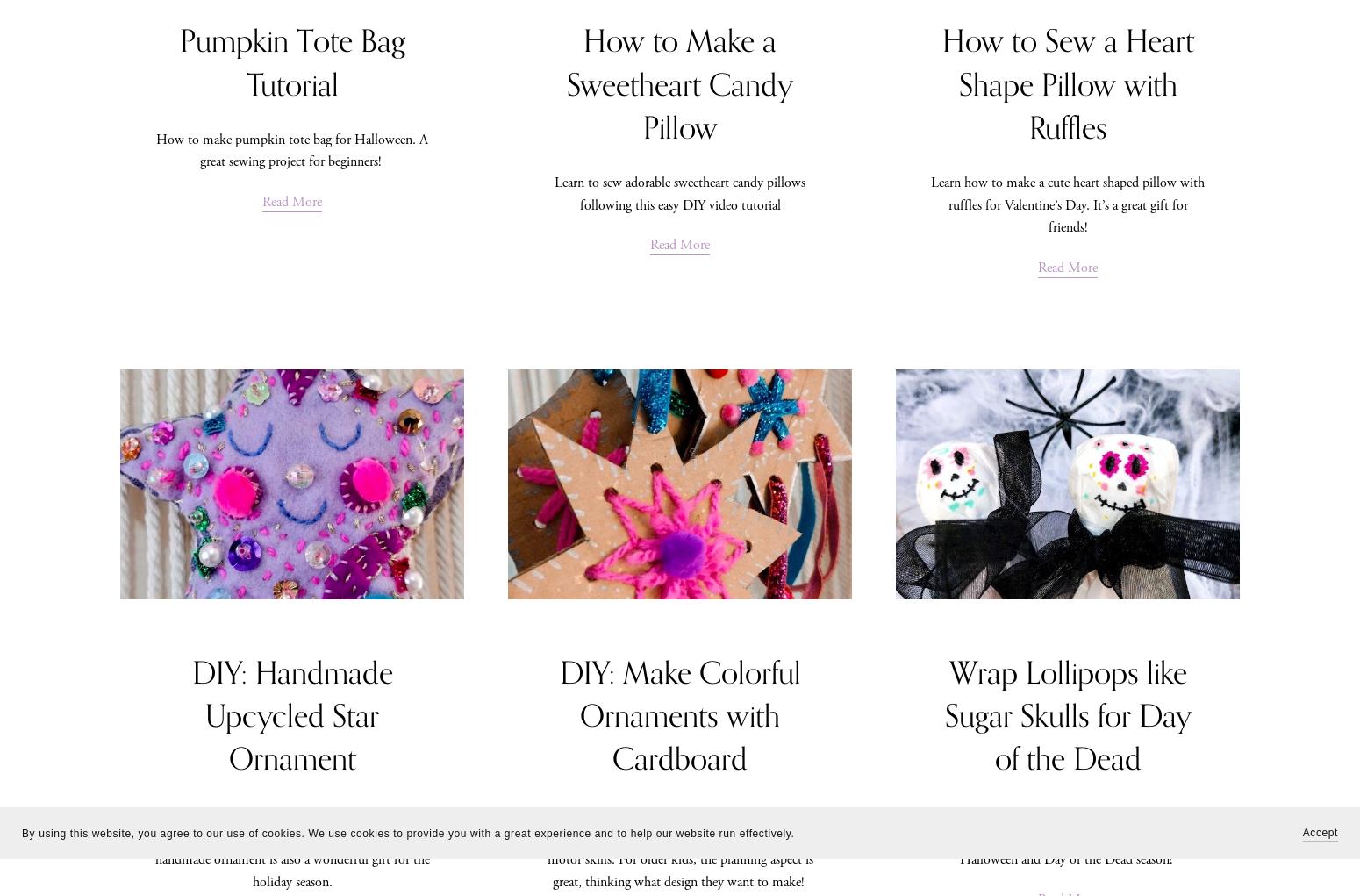 The image size is (1360, 896). What do you see at coordinates (408, 832) in the screenshot?
I see `'By using this website, you agree to our use of cookies. We use cookies to provide you with a great experience and to help our website run effectively.'` at bounding box center [408, 832].